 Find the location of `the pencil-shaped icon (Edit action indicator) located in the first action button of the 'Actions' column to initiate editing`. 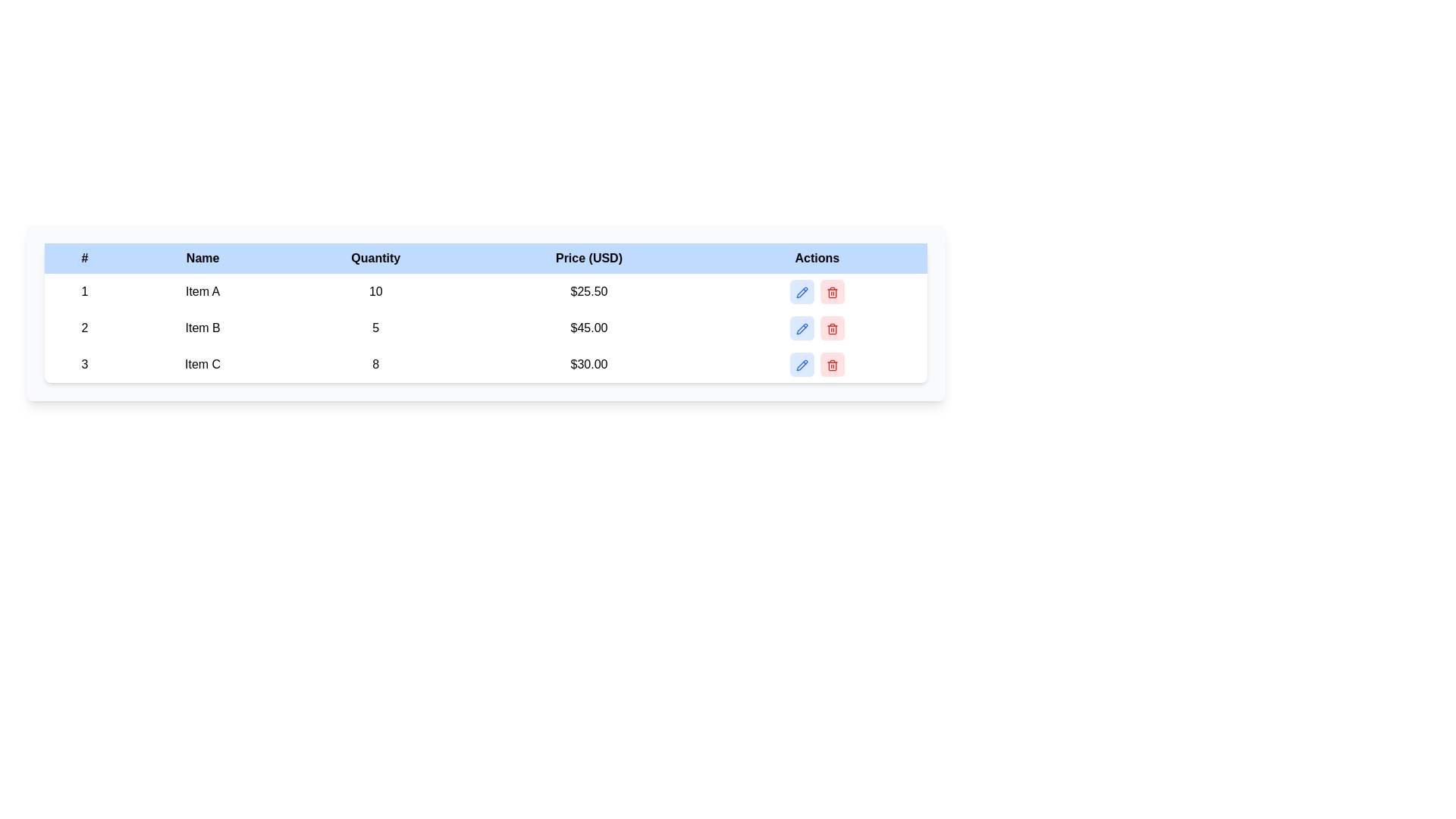

the pencil-shaped icon (Edit action indicator) located in the first action button of the 'Actions' column to initiate editing is located at coordinates (801, 365).